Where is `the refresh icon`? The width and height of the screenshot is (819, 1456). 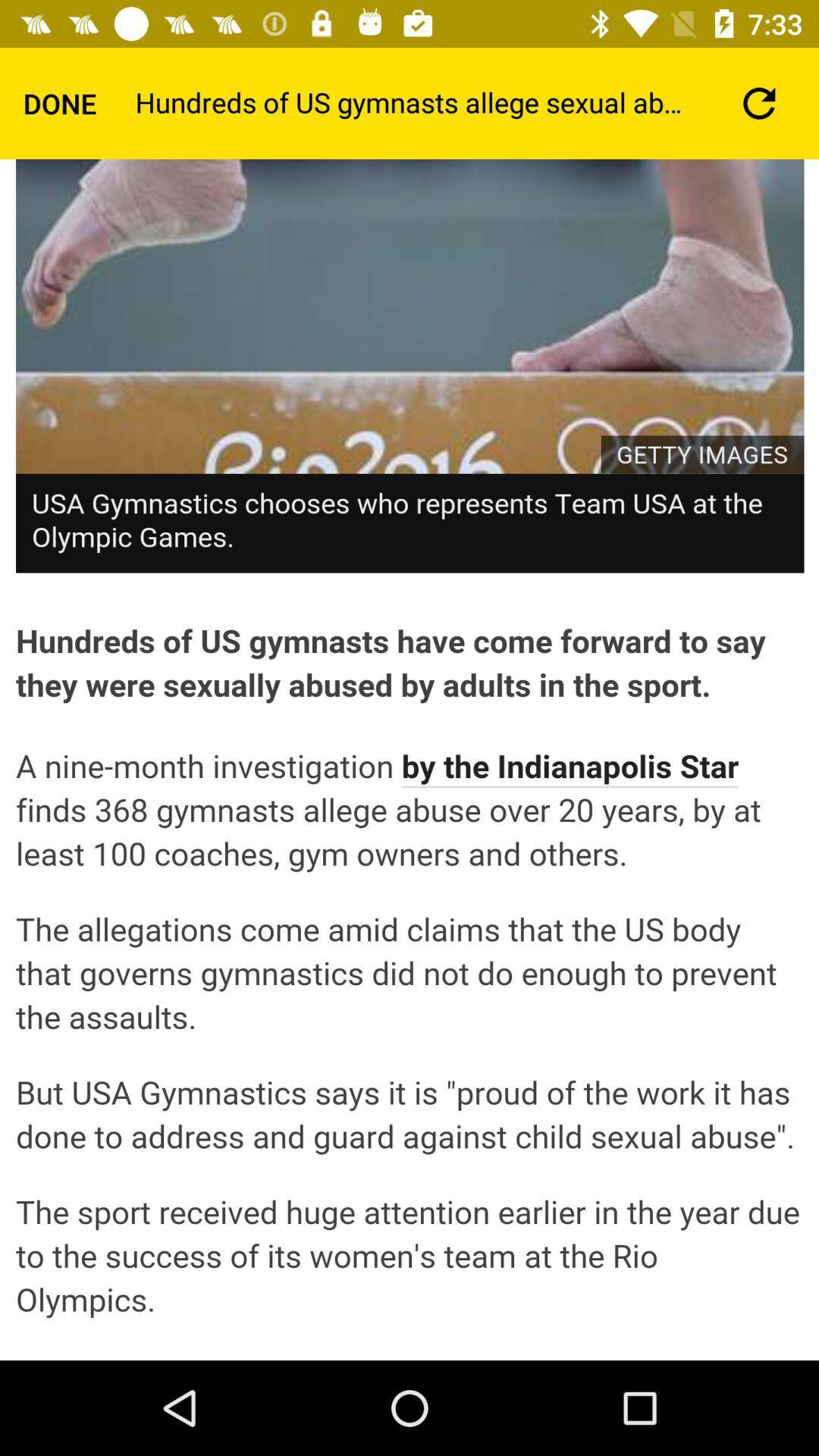
the refresh icon is located at coordinates (759, 102).